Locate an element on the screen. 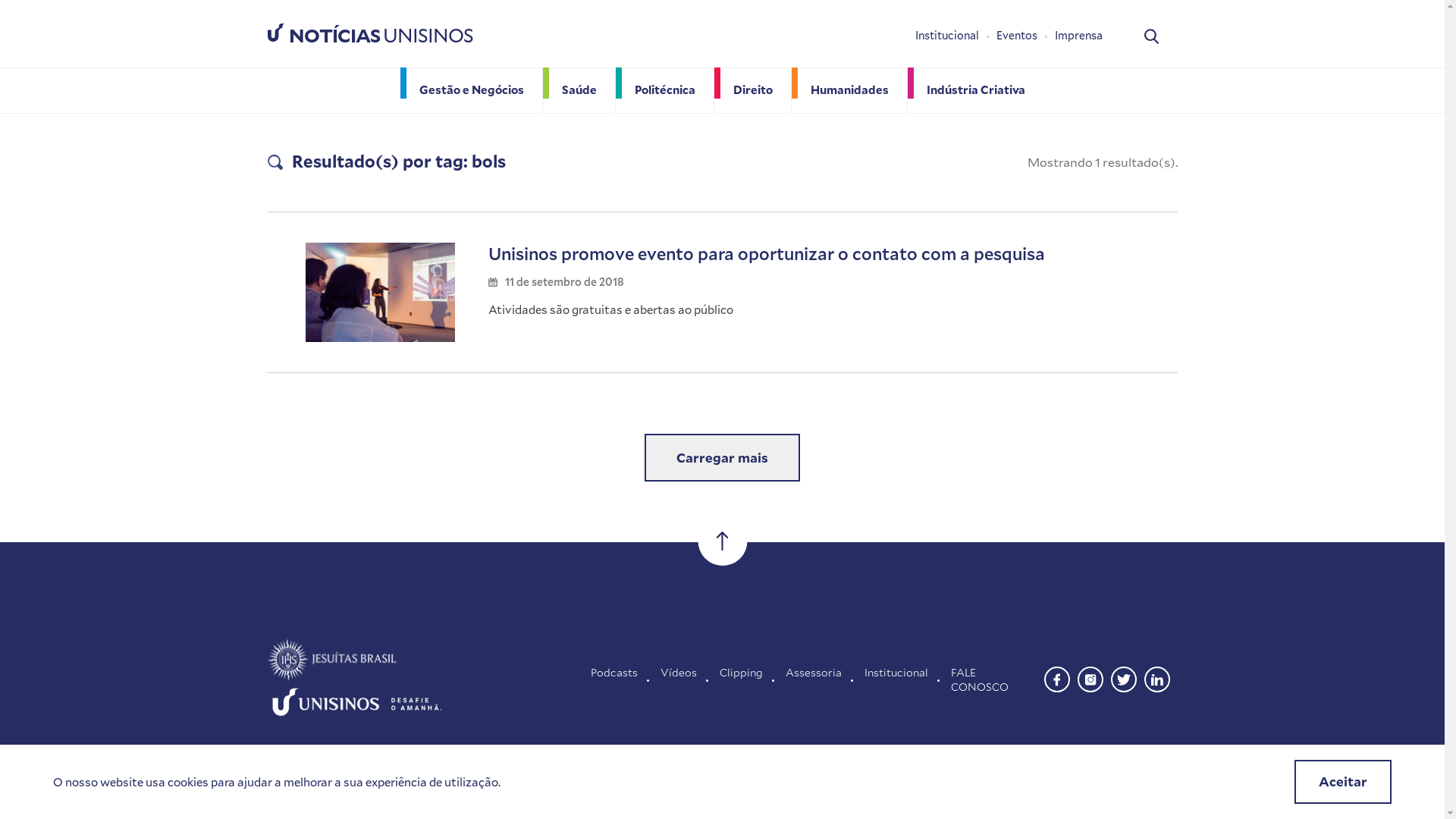  'Aceitar' is located at coordinates (1343, 781).